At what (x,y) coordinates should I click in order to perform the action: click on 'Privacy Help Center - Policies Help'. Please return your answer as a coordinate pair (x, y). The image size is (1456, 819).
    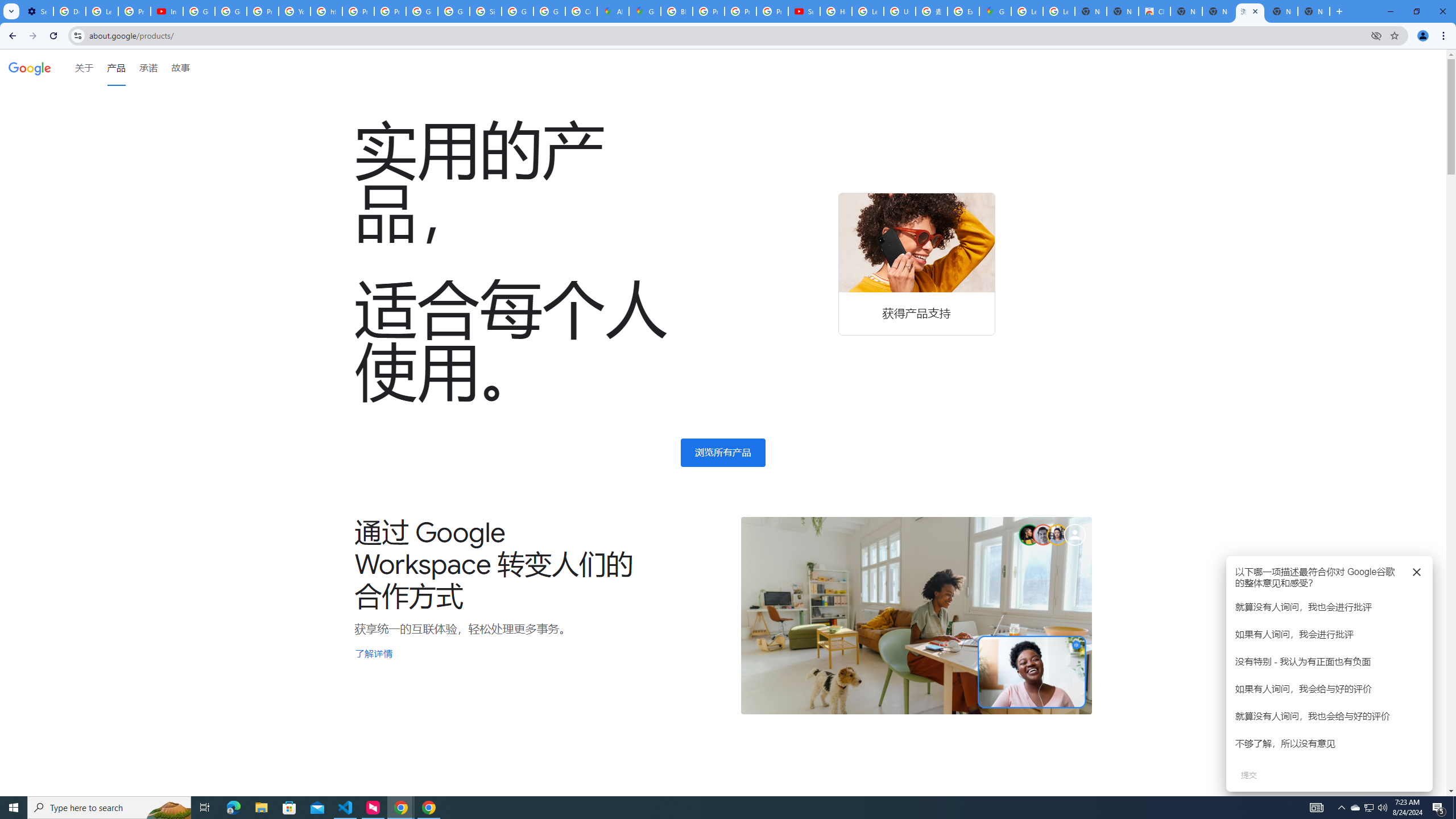
    Looking at the image, I should click on (708, 11).